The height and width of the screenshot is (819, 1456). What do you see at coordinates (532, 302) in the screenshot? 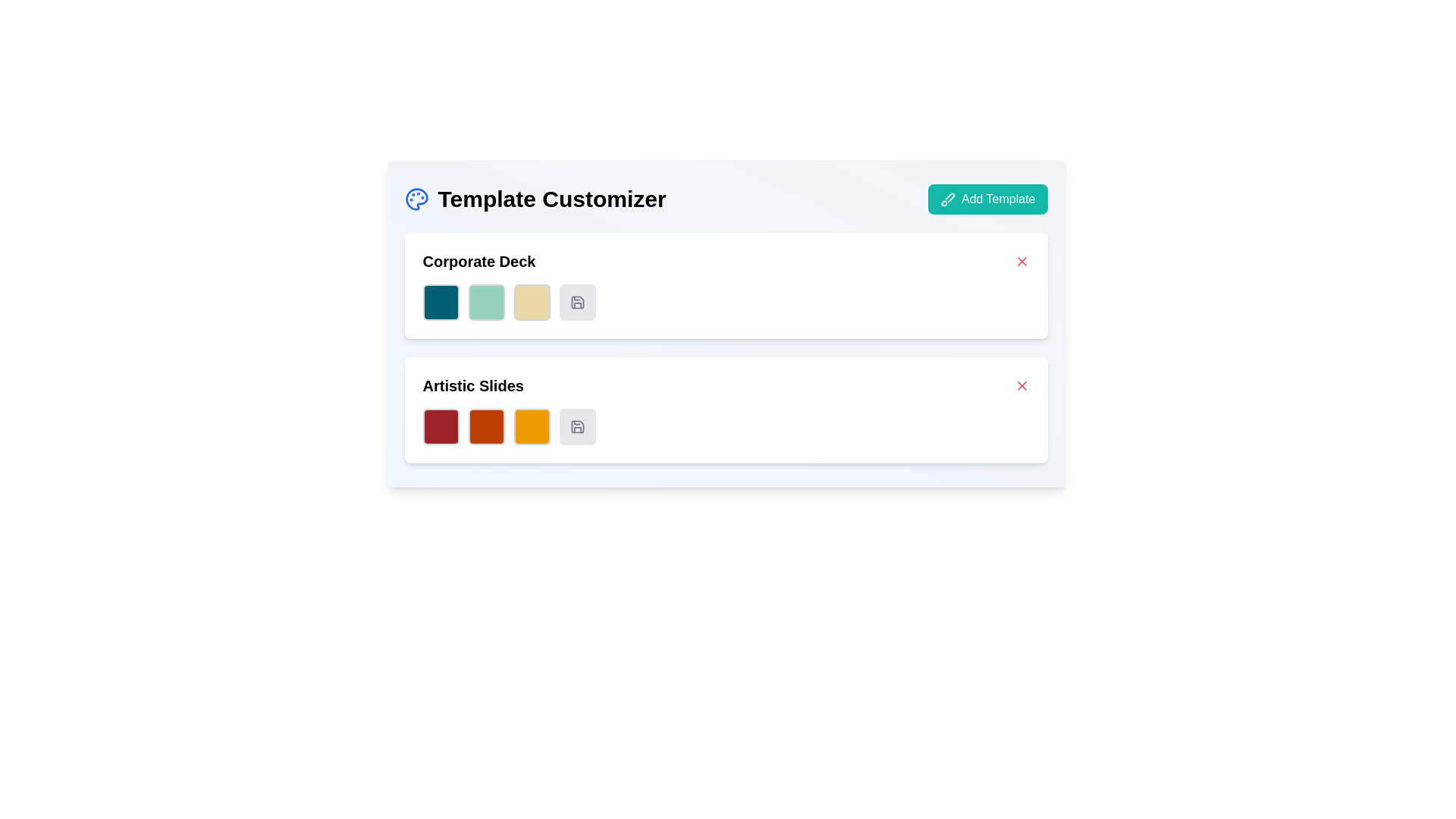
I see `the third decorative square color swatch in the 'Corporate Deck' section, which allows users to choose or view a color` at bounding box center [532, 302].